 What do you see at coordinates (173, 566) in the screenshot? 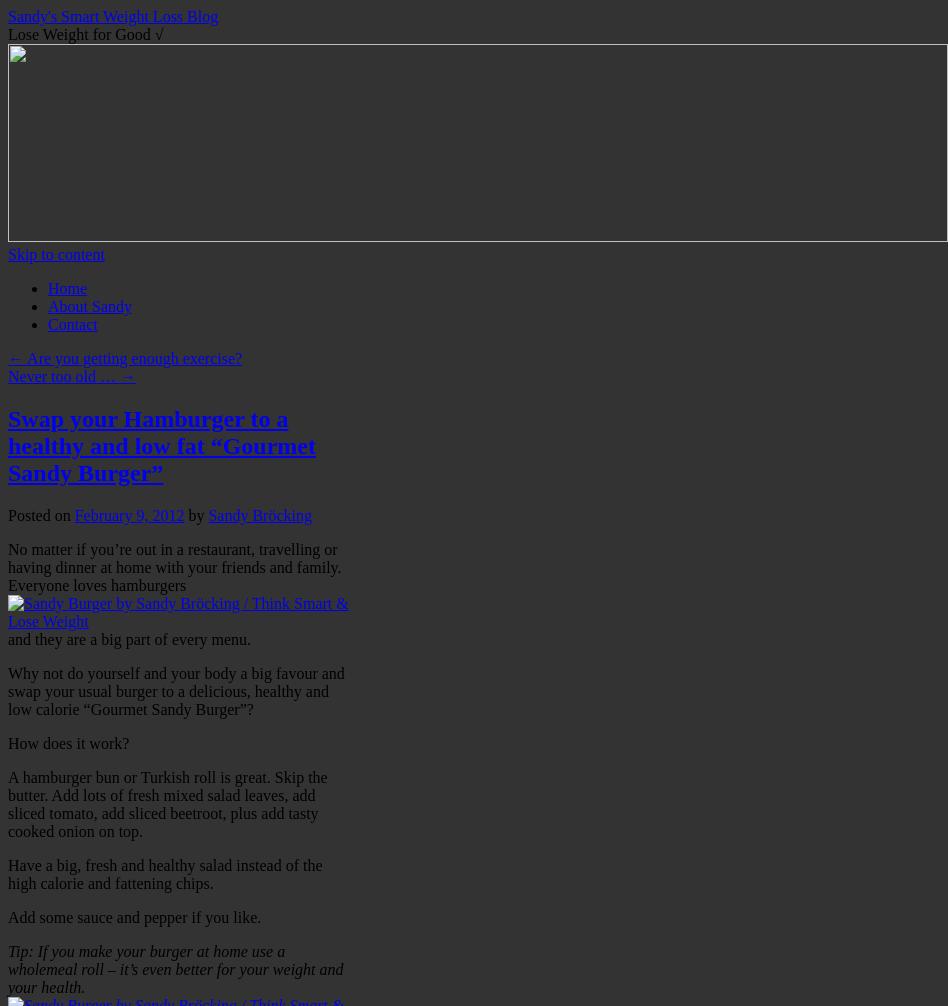
I see `'No matter if you’re out in a restaurant, travelling or having dinner at home with your friends and family. Everyone loves hamburgers'` at bounding box center [173, 566].